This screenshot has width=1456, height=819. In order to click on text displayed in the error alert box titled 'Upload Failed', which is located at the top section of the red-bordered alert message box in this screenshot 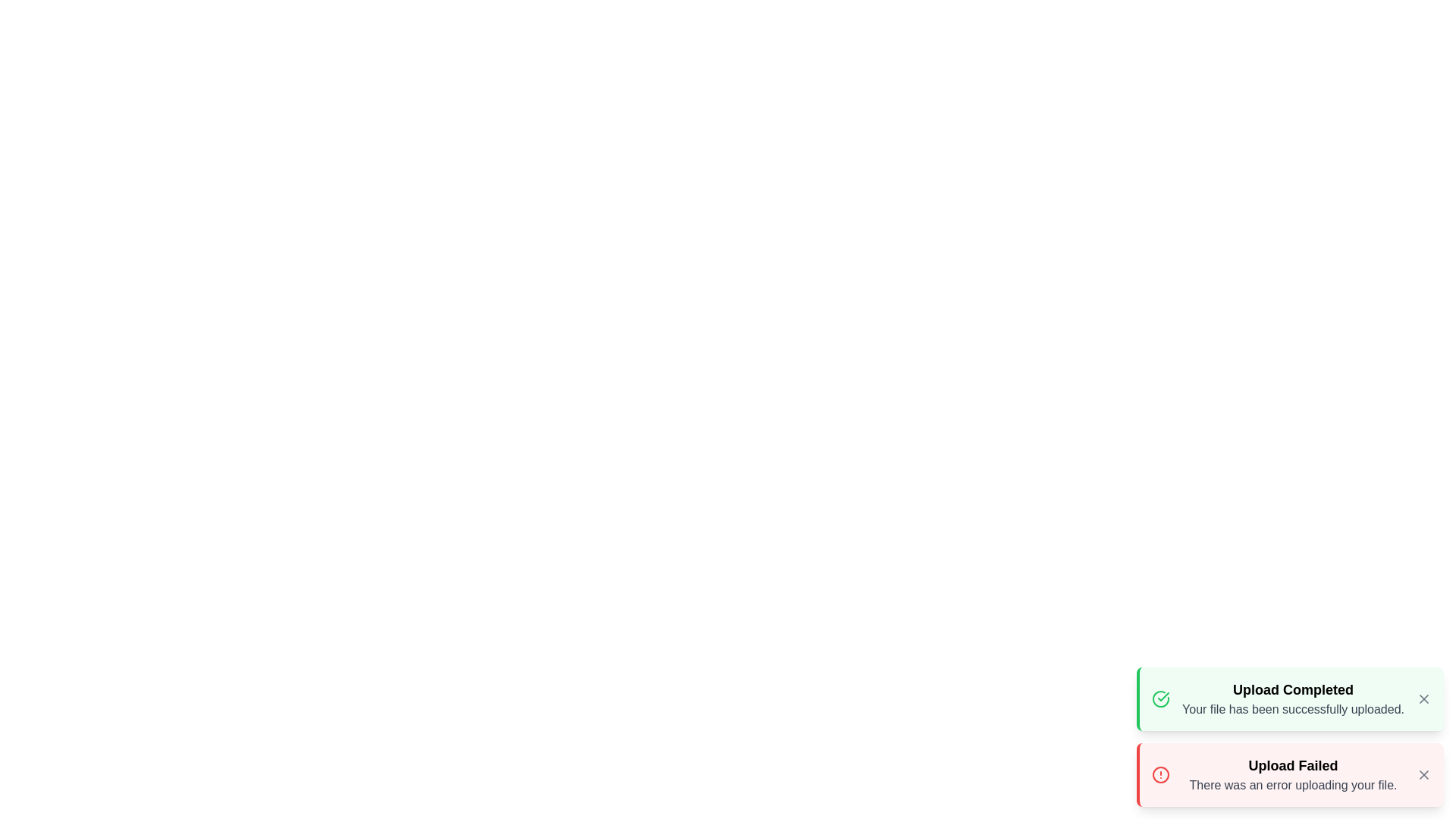, I will do `click(1292, 766)`.